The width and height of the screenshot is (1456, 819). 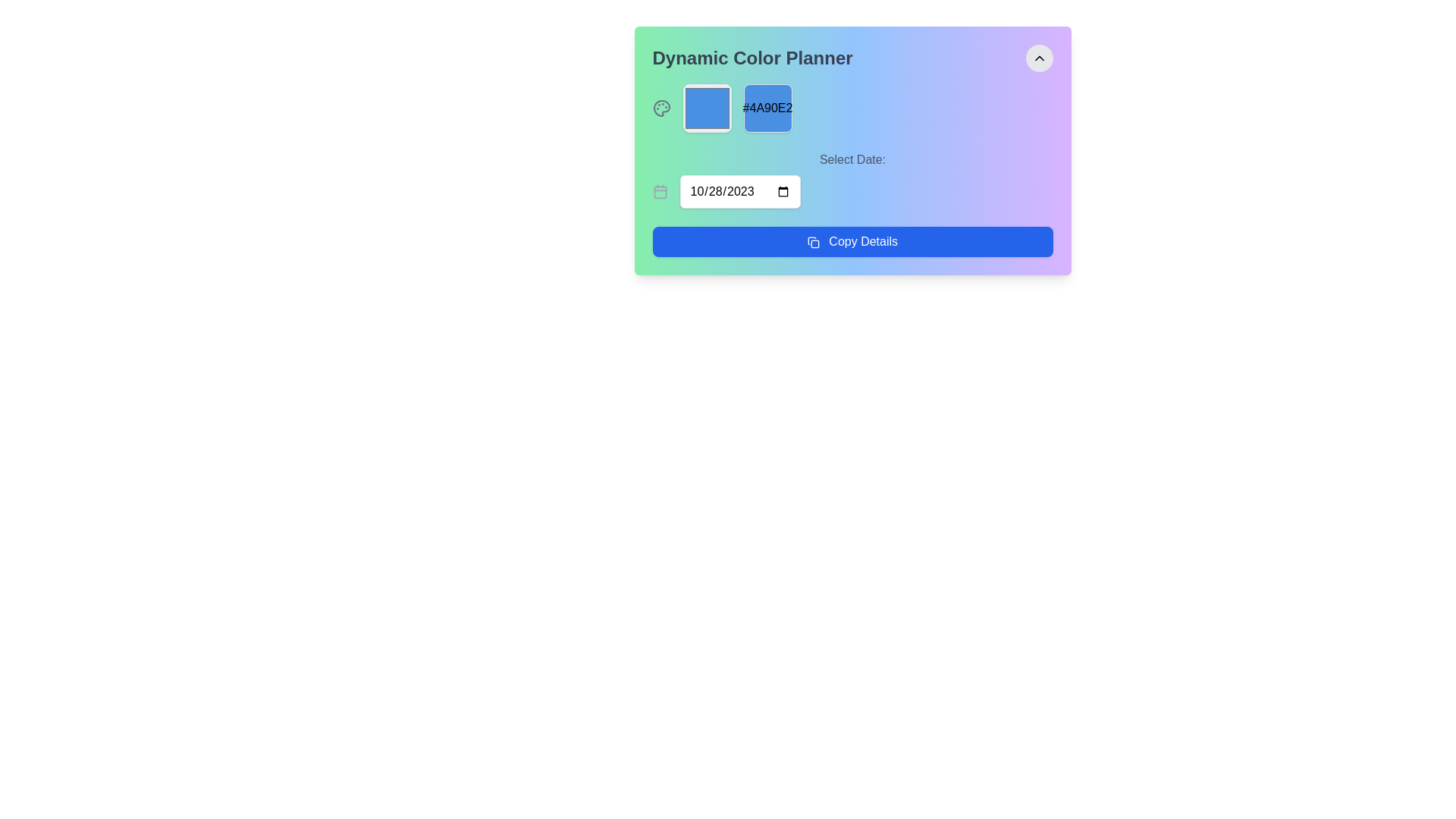 What do you see at coordinates (814, 243) in the screenshot?
I see `the Icon sub-component located at the center of the smaller square within the Copy Details button's SVG icon` at bounding box center [814, 243].